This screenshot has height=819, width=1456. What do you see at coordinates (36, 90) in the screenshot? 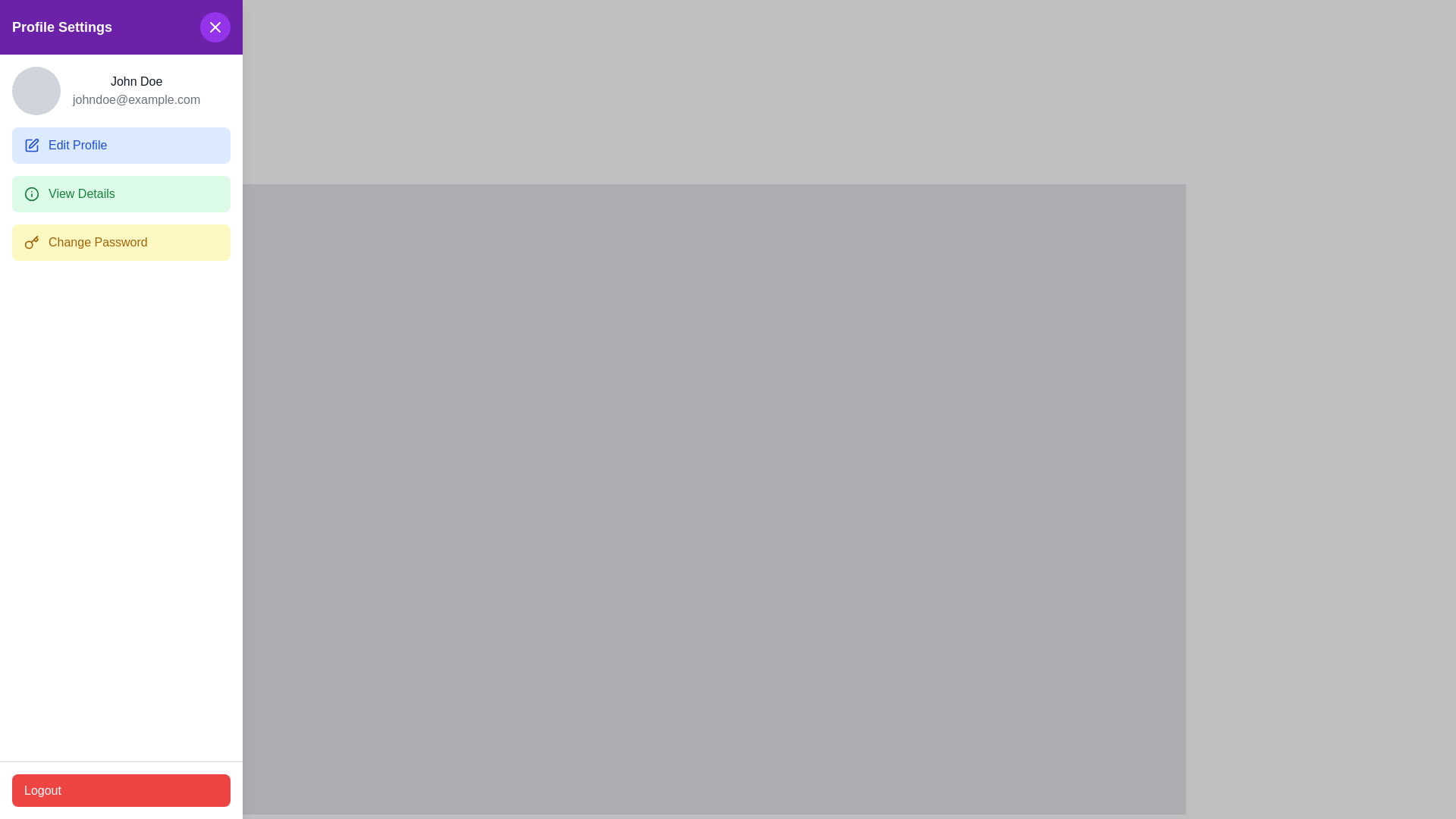
I see `the Profile avatar placeholder located in the upper left corner of the panel next to 'John Doe' and 'johndoe@example.com'` at bounding box center [36, 90].